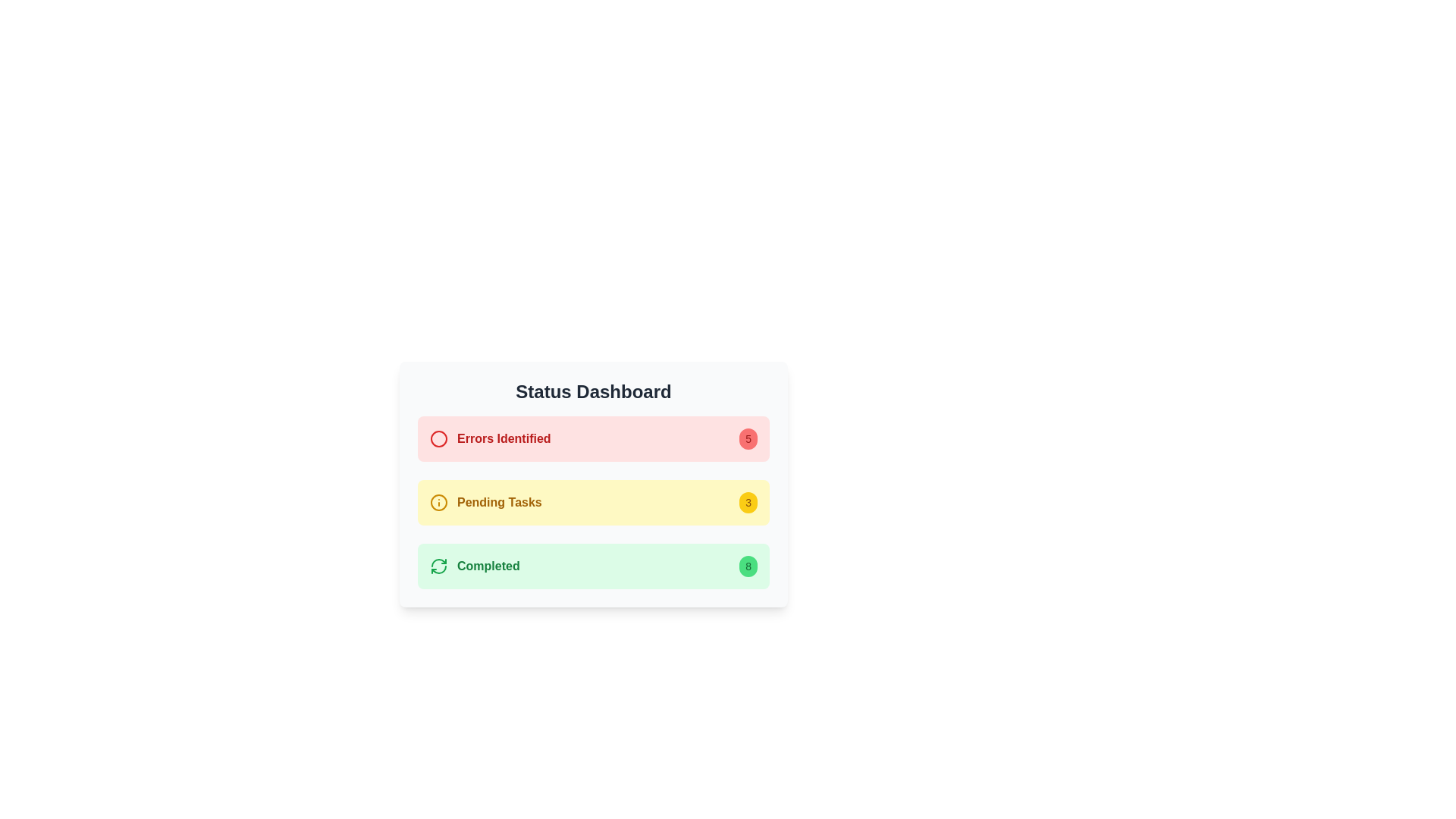  What do you see at coordinates (748, 566) in the screenshot?
I see `the displayed information on the small rounded rectangular green badge showing the number '8', located at the far-right side of the 'Completed' section` at bounding box center [748, 566].